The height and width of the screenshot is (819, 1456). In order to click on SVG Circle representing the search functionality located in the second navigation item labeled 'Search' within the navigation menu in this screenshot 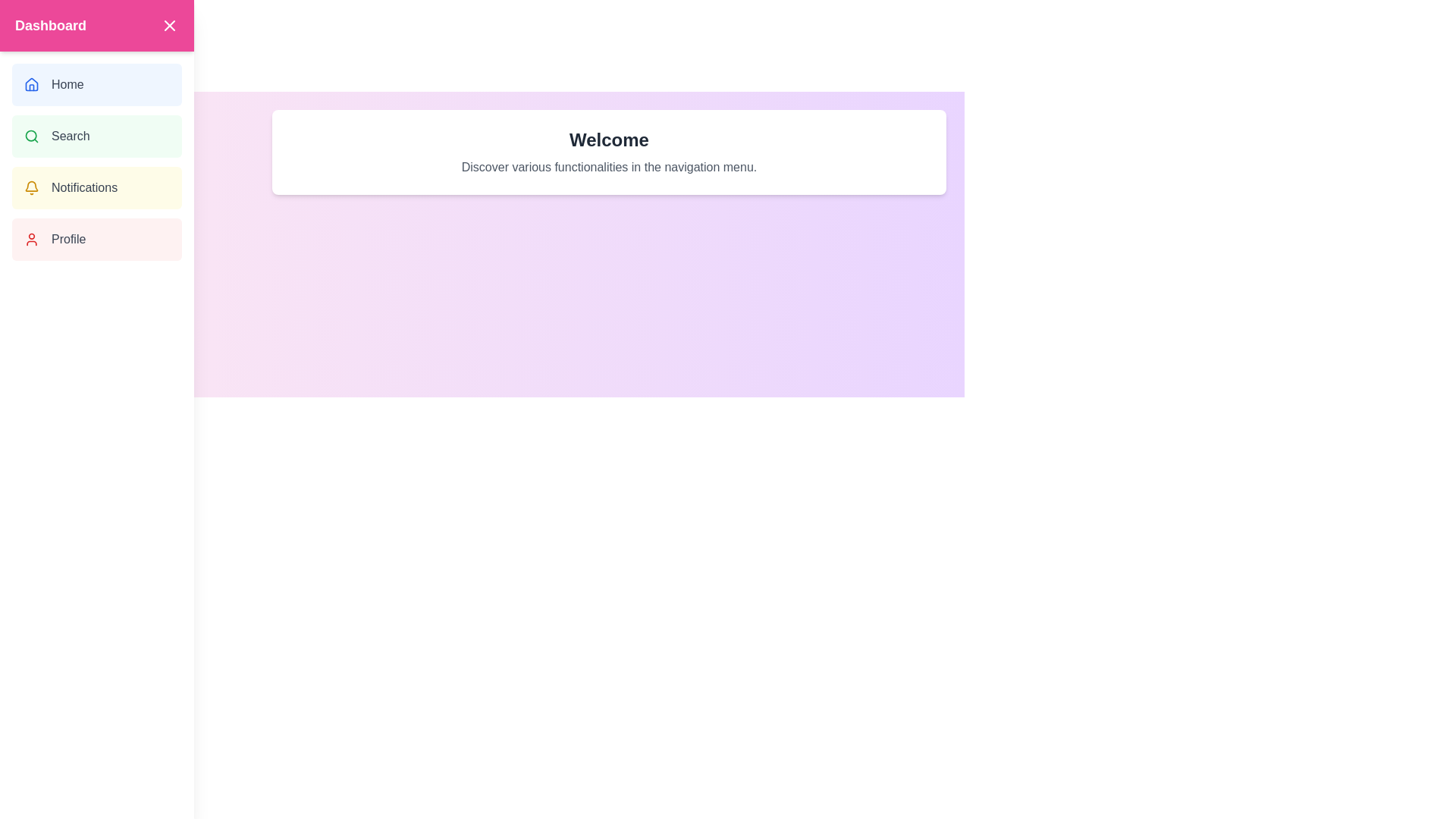, I will do `click(31, 135)`.